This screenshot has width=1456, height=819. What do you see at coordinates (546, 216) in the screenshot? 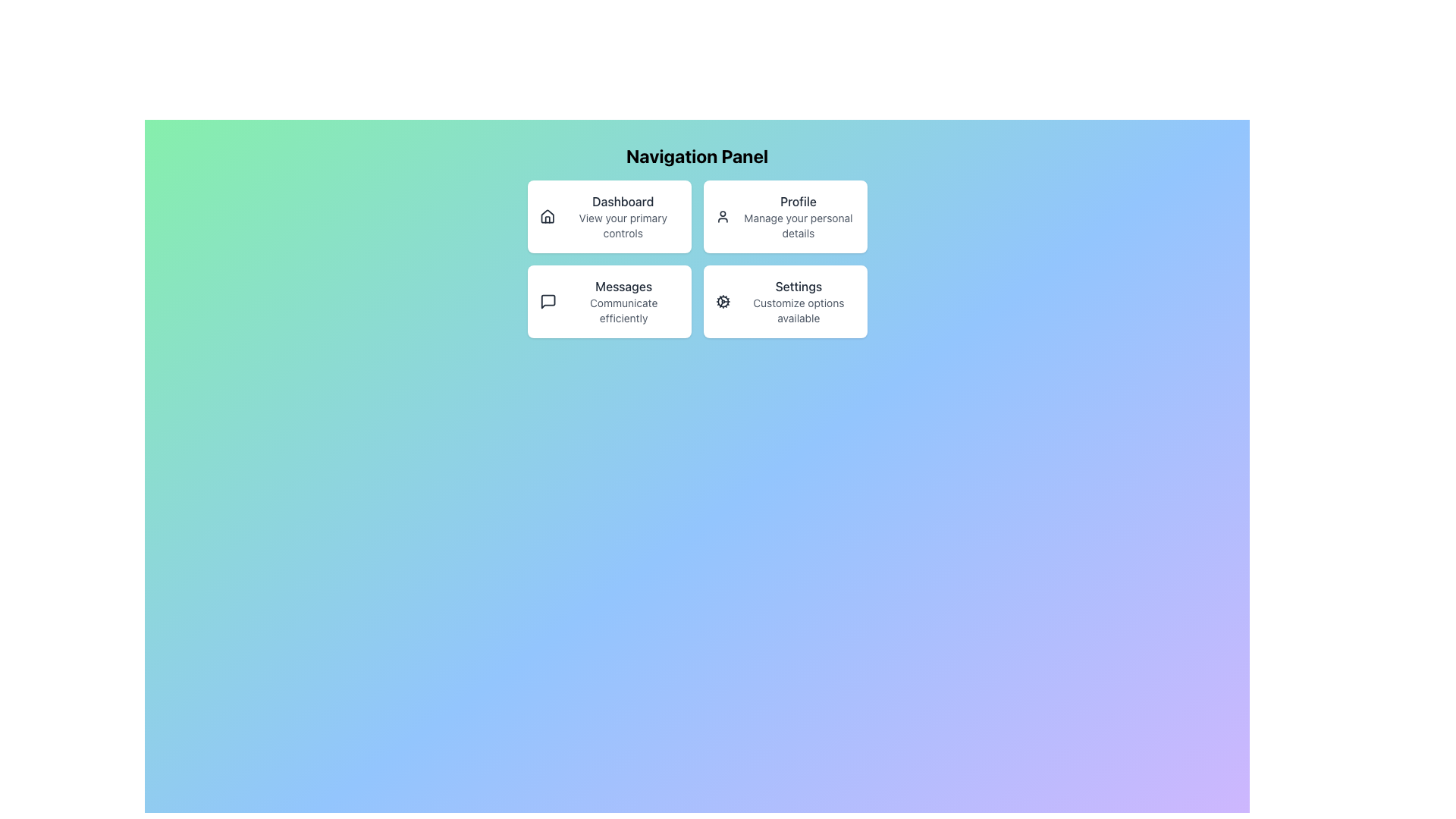
I see `the home-shaped icon, which is located to the far left within the 'Dashboard: View your primary controls' group and is vertically centered with the text` at bounding box center [546, 216].